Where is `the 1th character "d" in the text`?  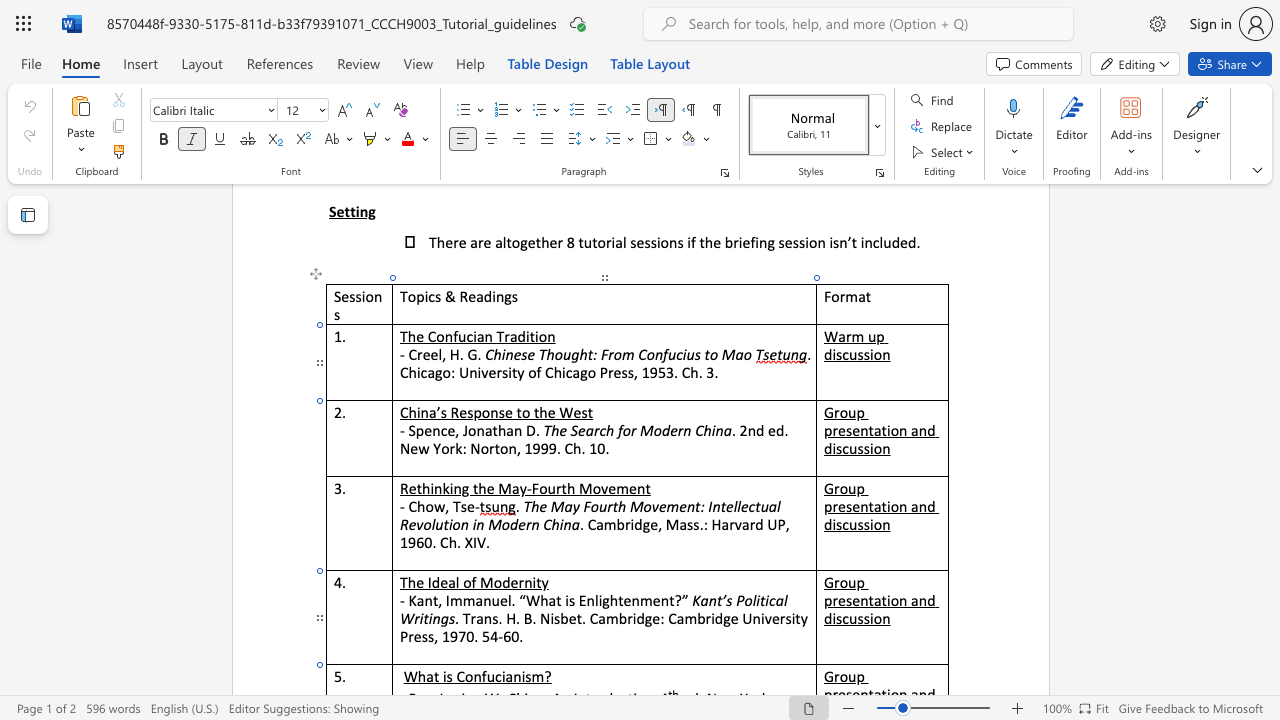
the 1th character "d" in the text is located at coordinates (930, 429).